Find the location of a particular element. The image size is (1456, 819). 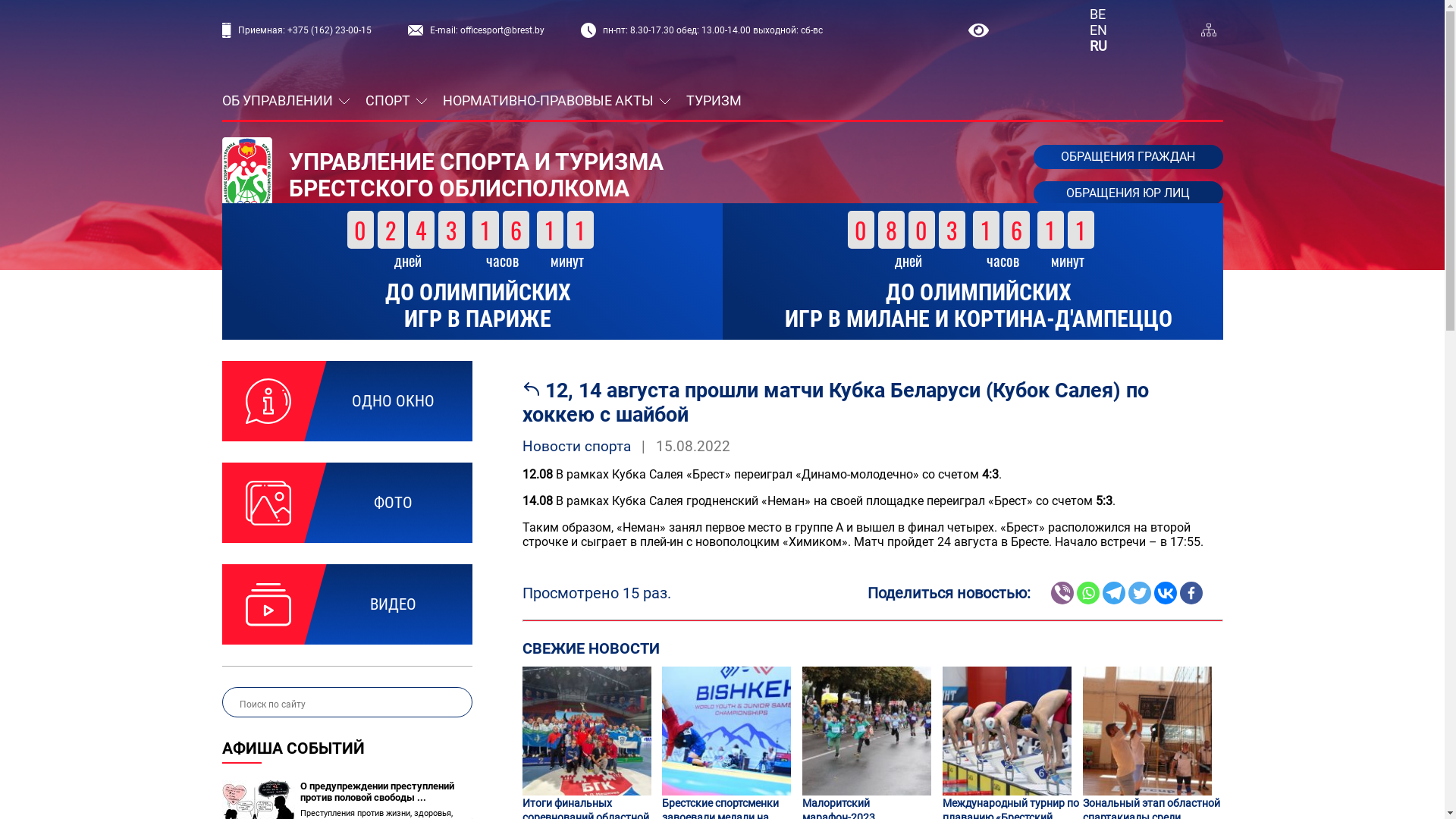

'BE' is located at coordinates (1098, 14).